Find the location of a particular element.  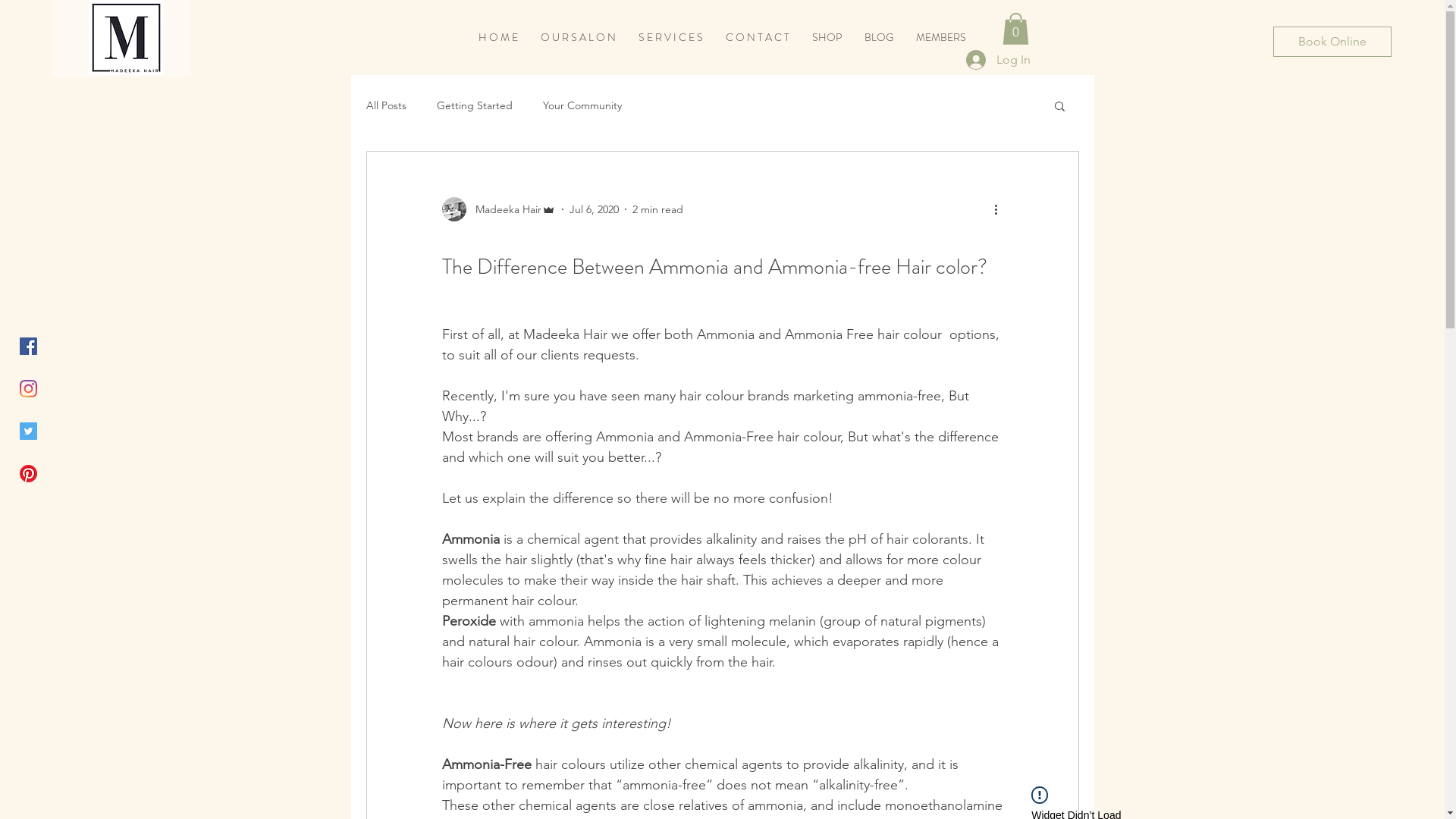

'MADEEKA HAIR_Full square black.jpg' is located at coordinates (126, 36).